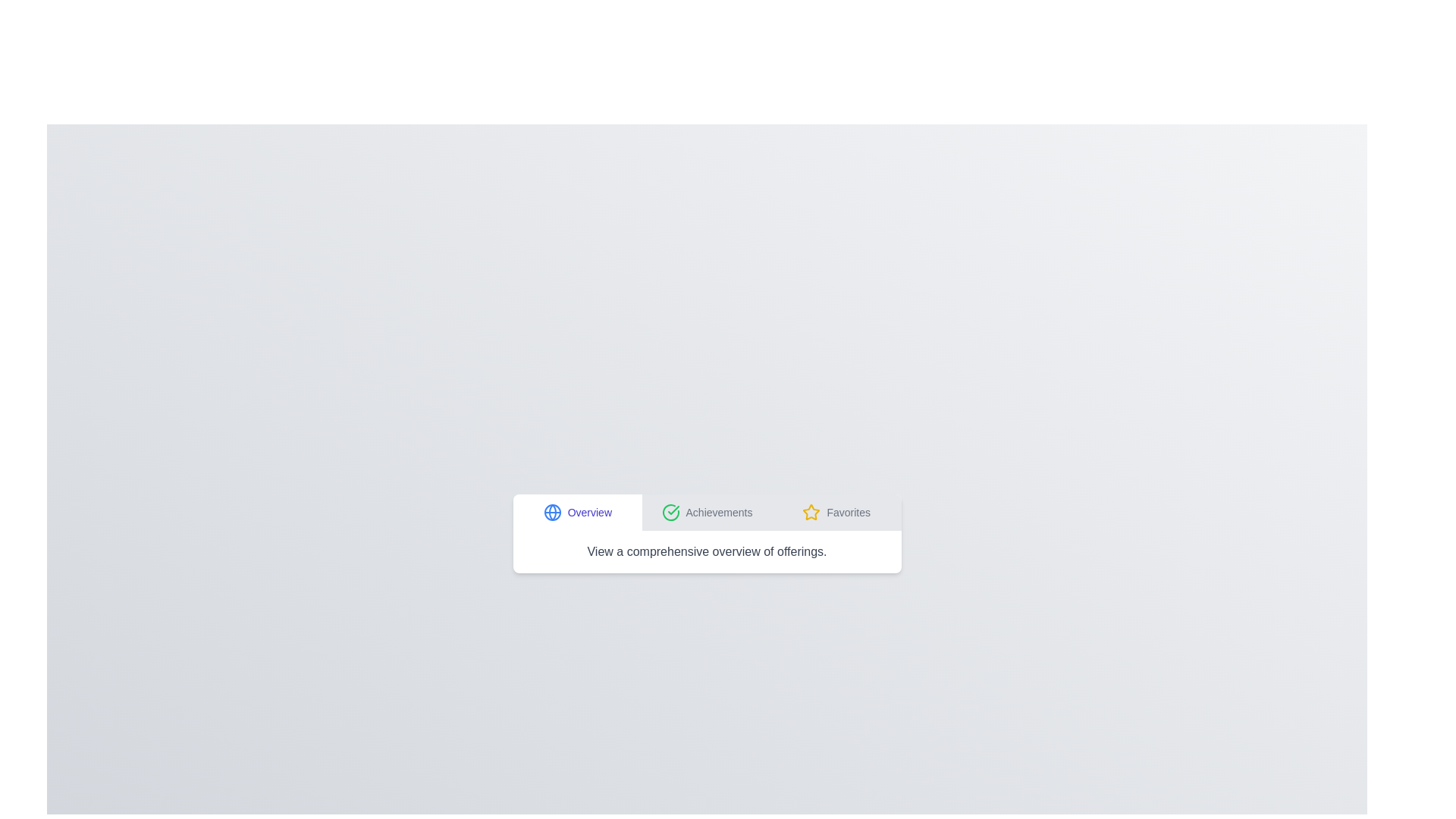  What do you see at coordinates (706, 512) in the screenshot?
I see `the tab labeled Achievements` at bounding box center [706, 512].